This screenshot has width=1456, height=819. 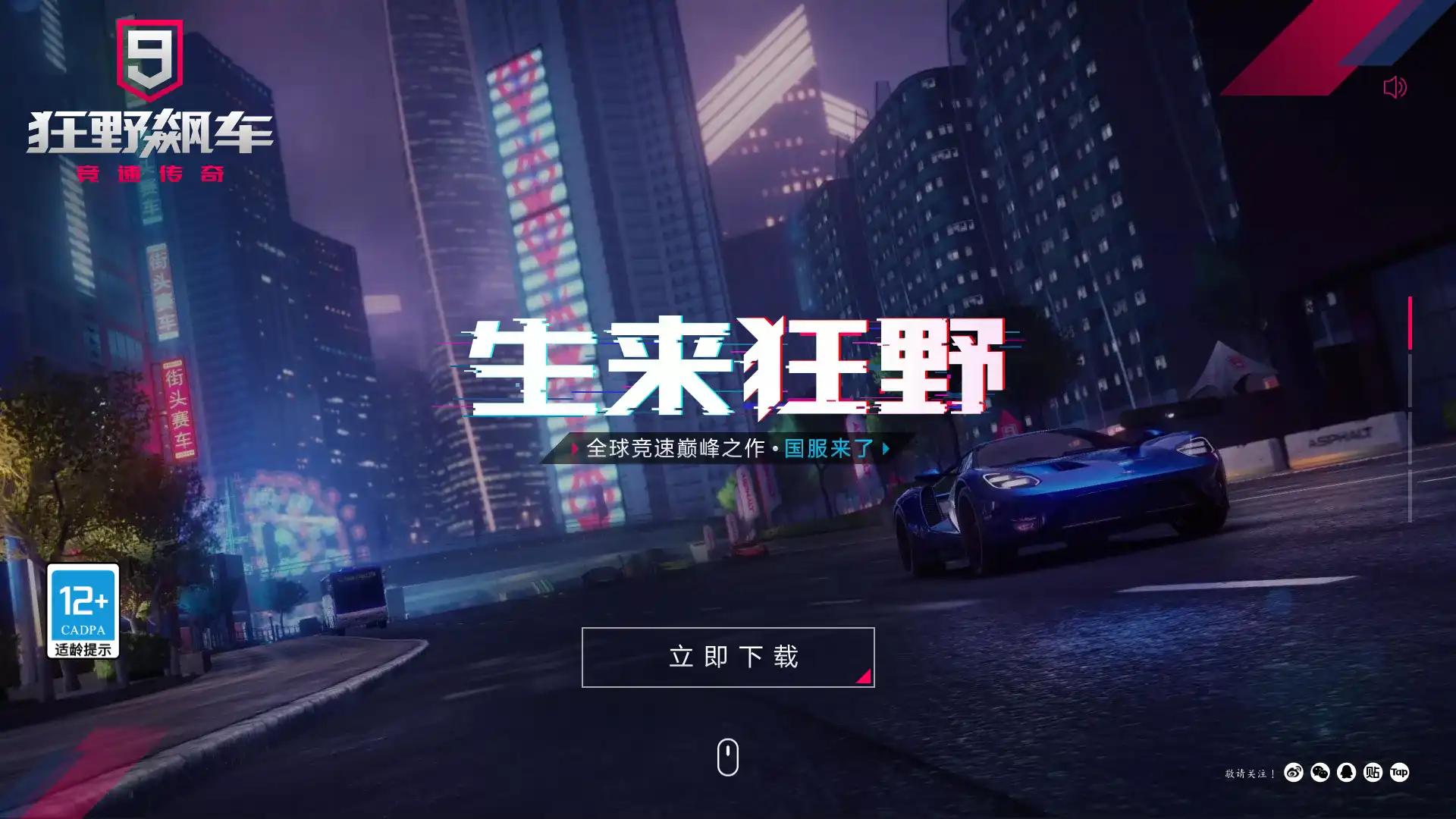 I want to click on Go to slide 2, so click(x=1409, y=379).